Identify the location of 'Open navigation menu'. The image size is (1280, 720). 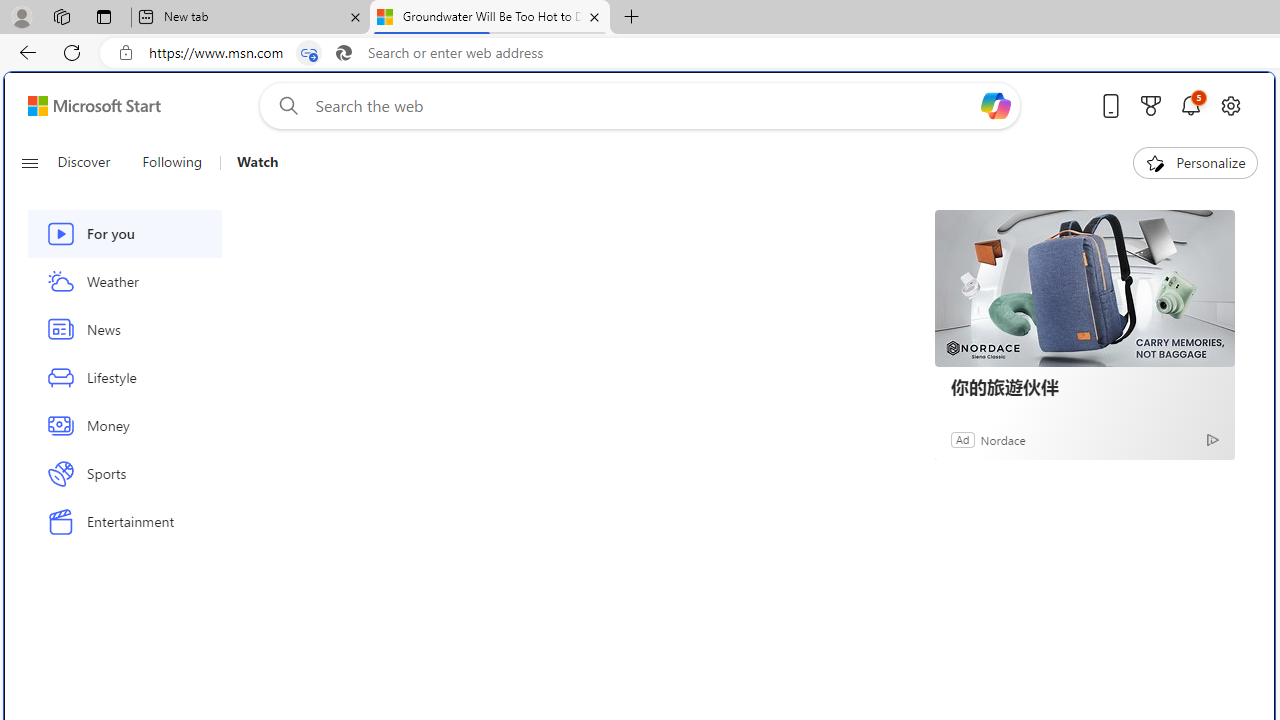
(29, 162).